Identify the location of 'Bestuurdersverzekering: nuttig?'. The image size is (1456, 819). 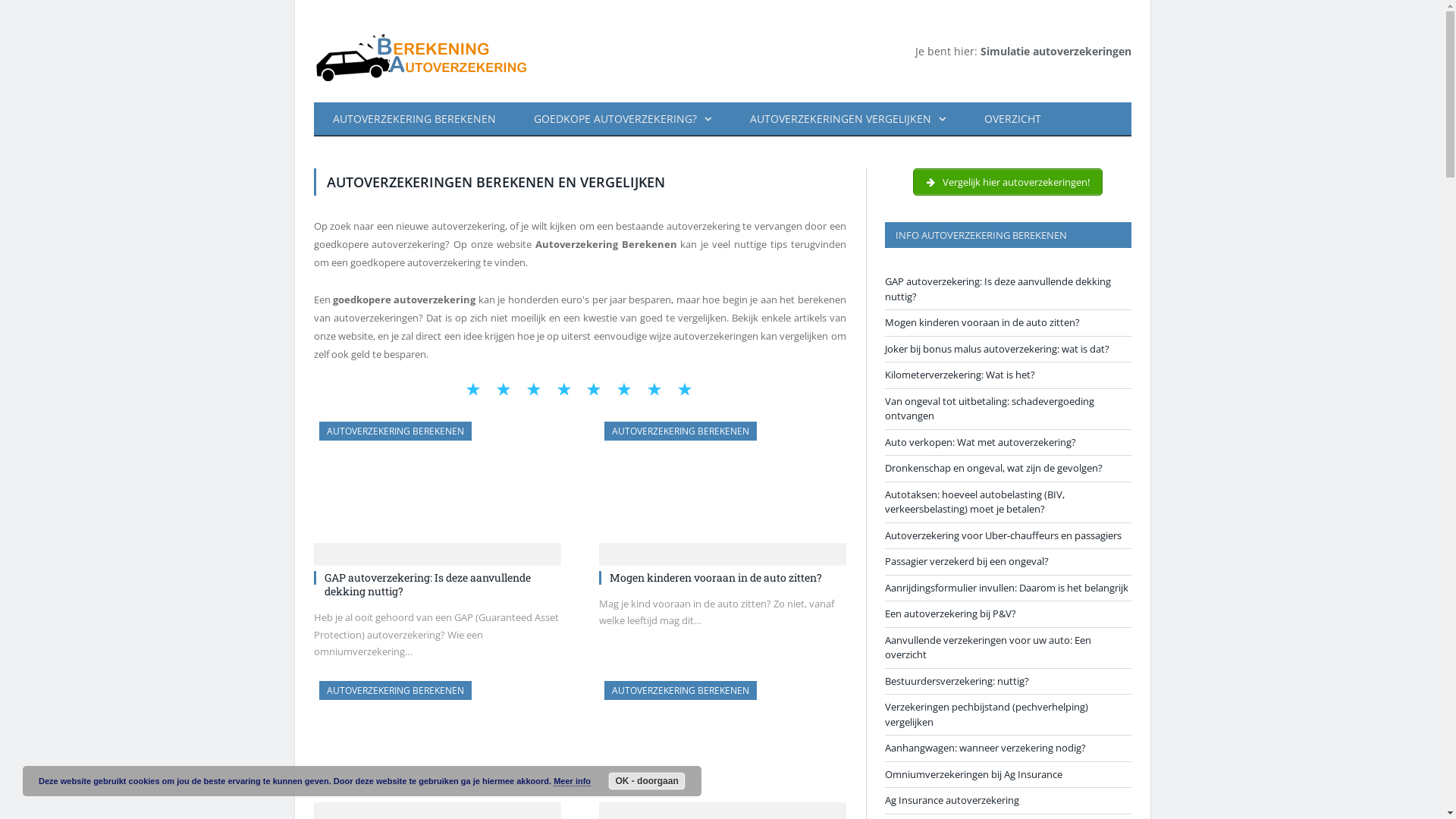
(955, 679).